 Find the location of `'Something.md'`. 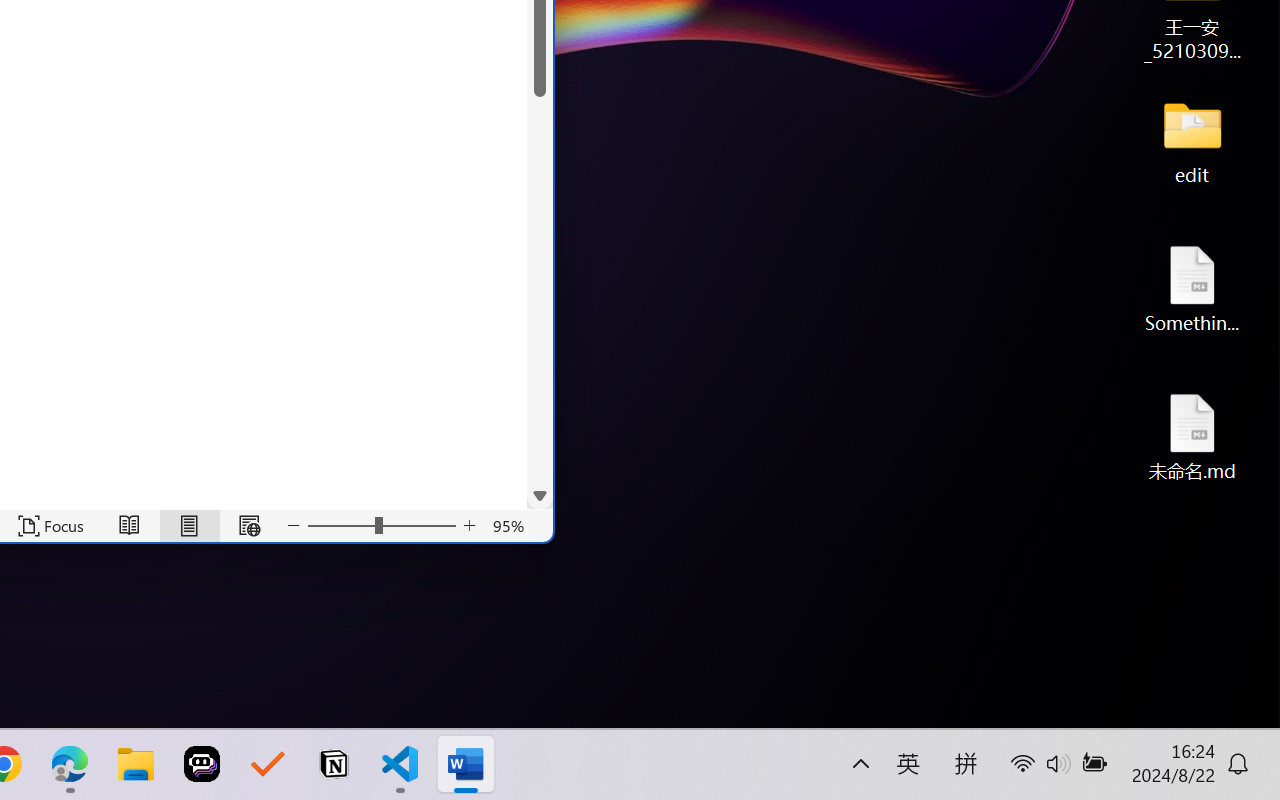

'Something.md' is located at coordinates (1192, 288).